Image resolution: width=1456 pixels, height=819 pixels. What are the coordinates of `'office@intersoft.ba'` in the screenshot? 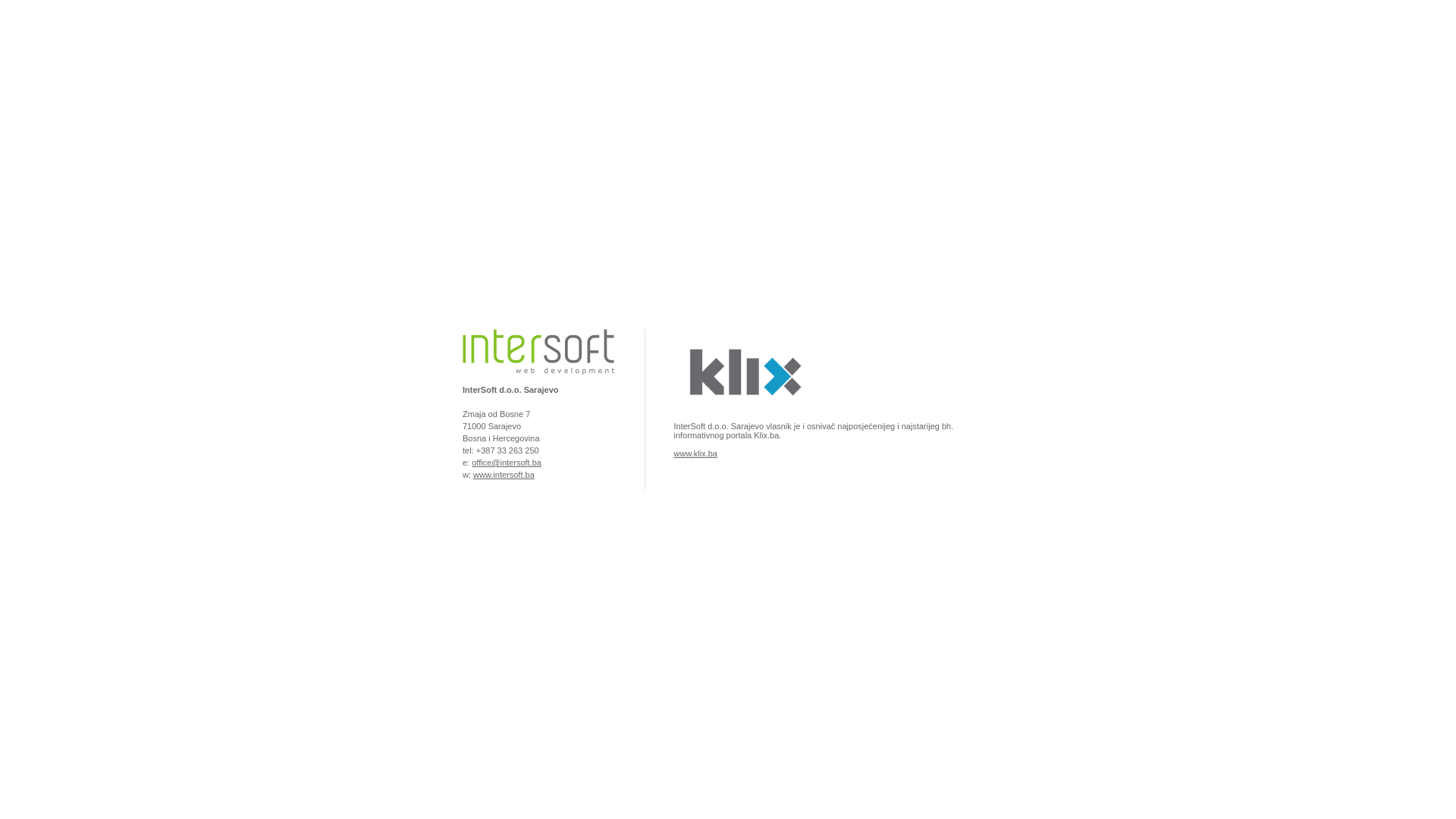 It's located at (471, 461).